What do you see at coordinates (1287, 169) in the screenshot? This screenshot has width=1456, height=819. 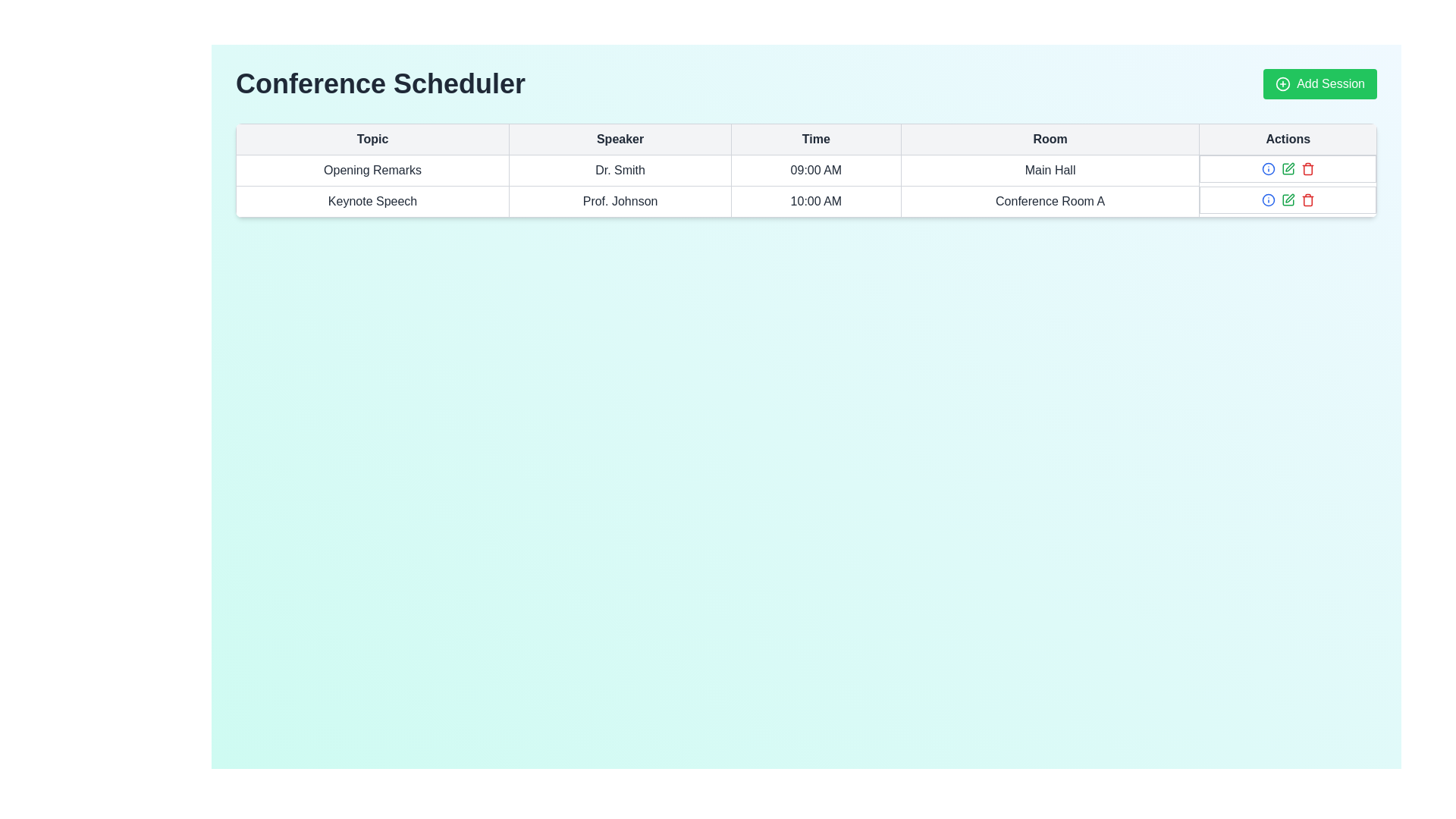 I see `the action panel for the 'Opening Remarks' session` at bounding box center [1287, 169].